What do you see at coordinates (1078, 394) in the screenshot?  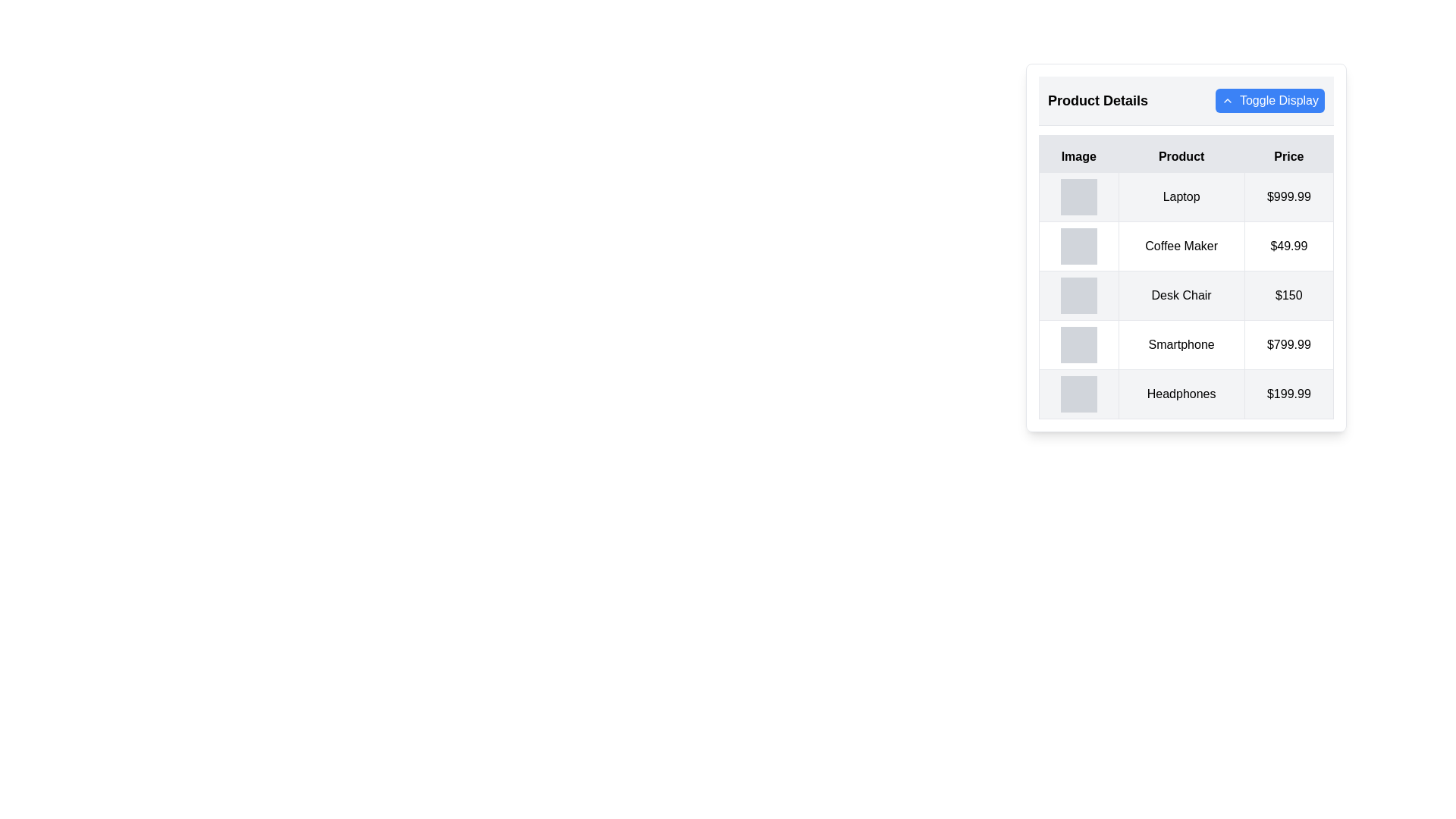 I see `the image placeholder for the 'Headphones' product, located in the last row of the table within the 'Image' column` at bounding box center [1078, 394].